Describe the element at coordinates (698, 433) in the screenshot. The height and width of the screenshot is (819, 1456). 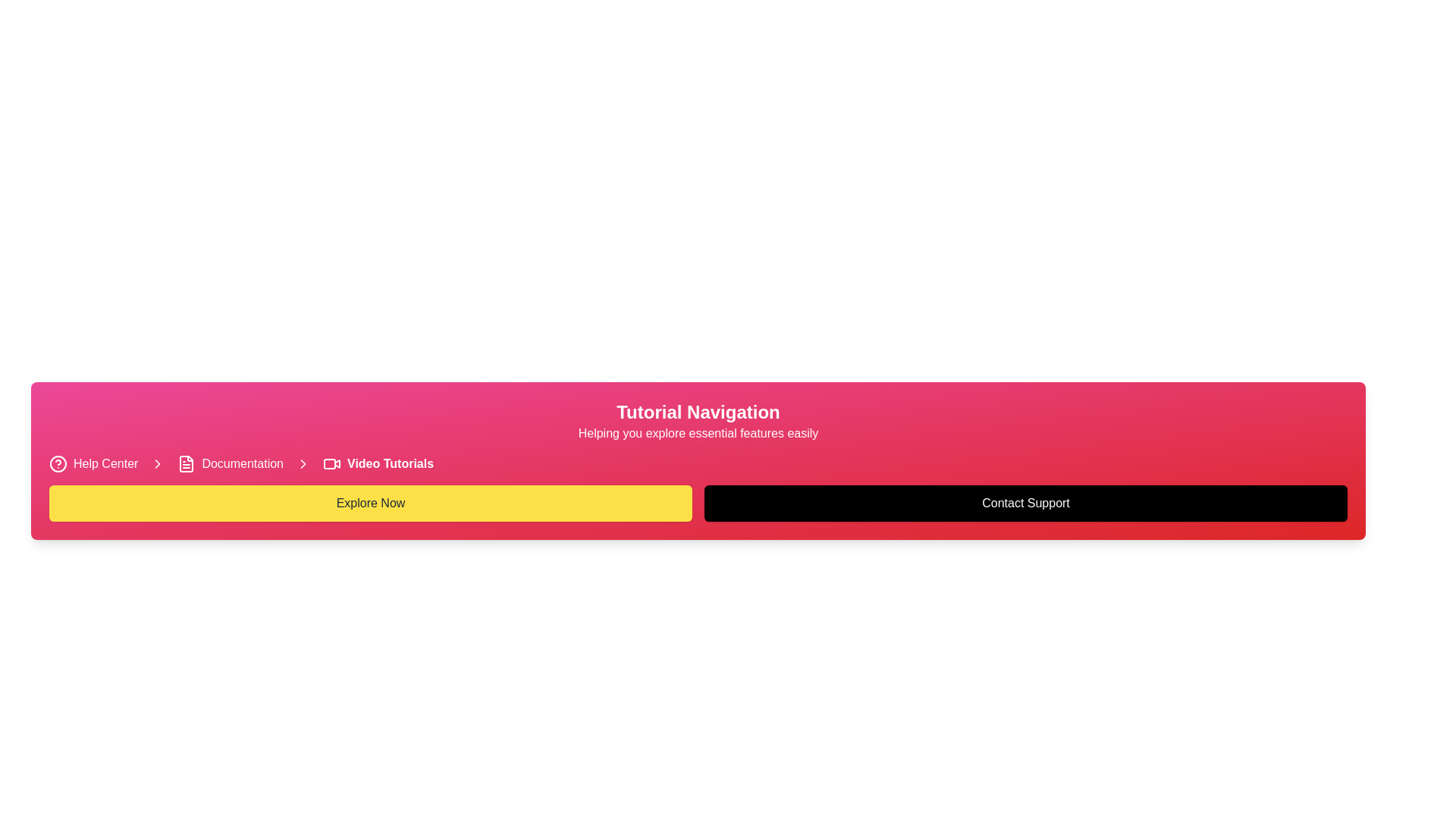
I see `the static text that provides a supportive subtitle for the 'Tutorial Navigation' section, located directly below the title and centered within the banner-like section` at that location.